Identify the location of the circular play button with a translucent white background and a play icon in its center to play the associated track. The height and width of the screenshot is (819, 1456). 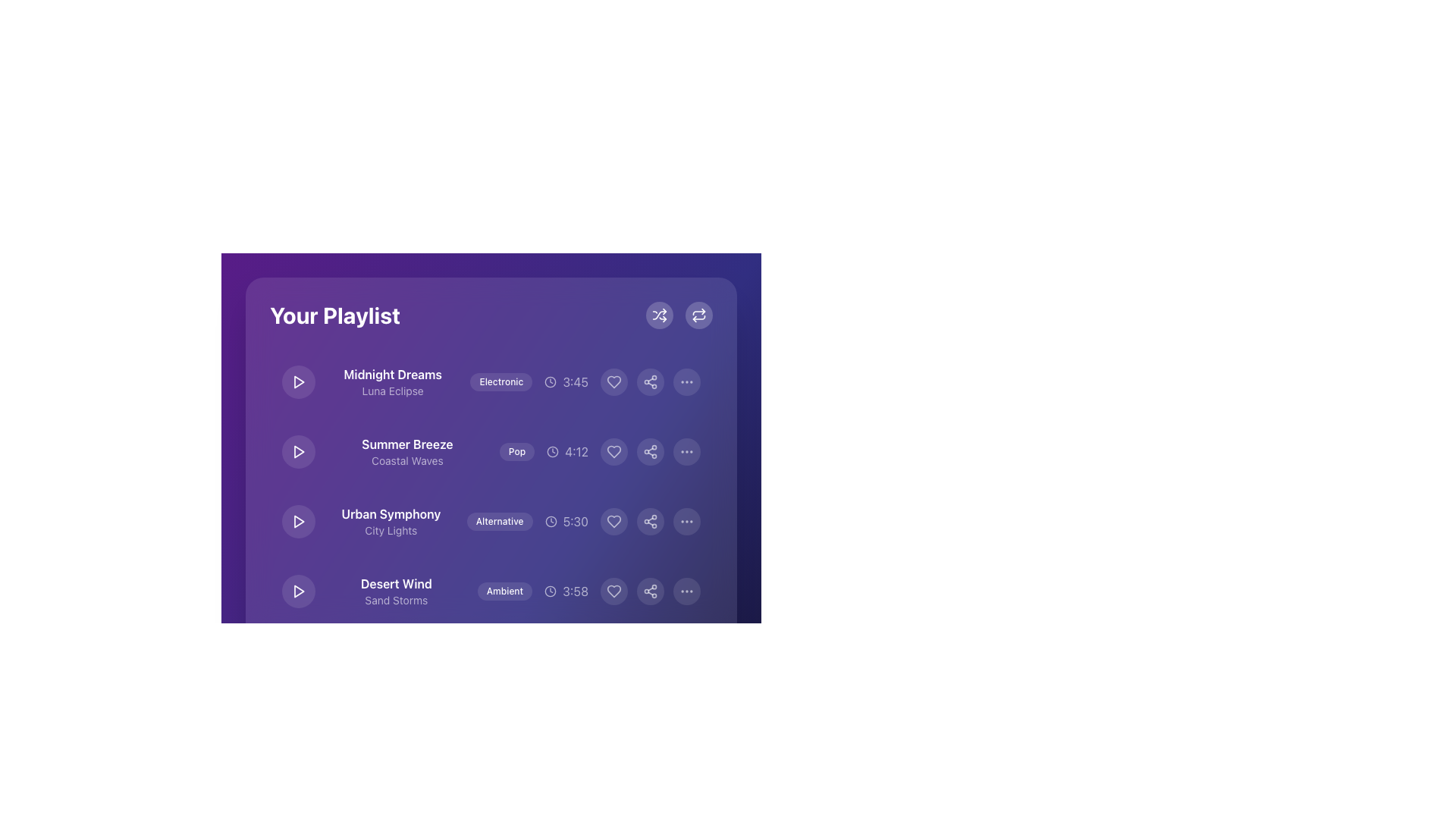
(298, 520).